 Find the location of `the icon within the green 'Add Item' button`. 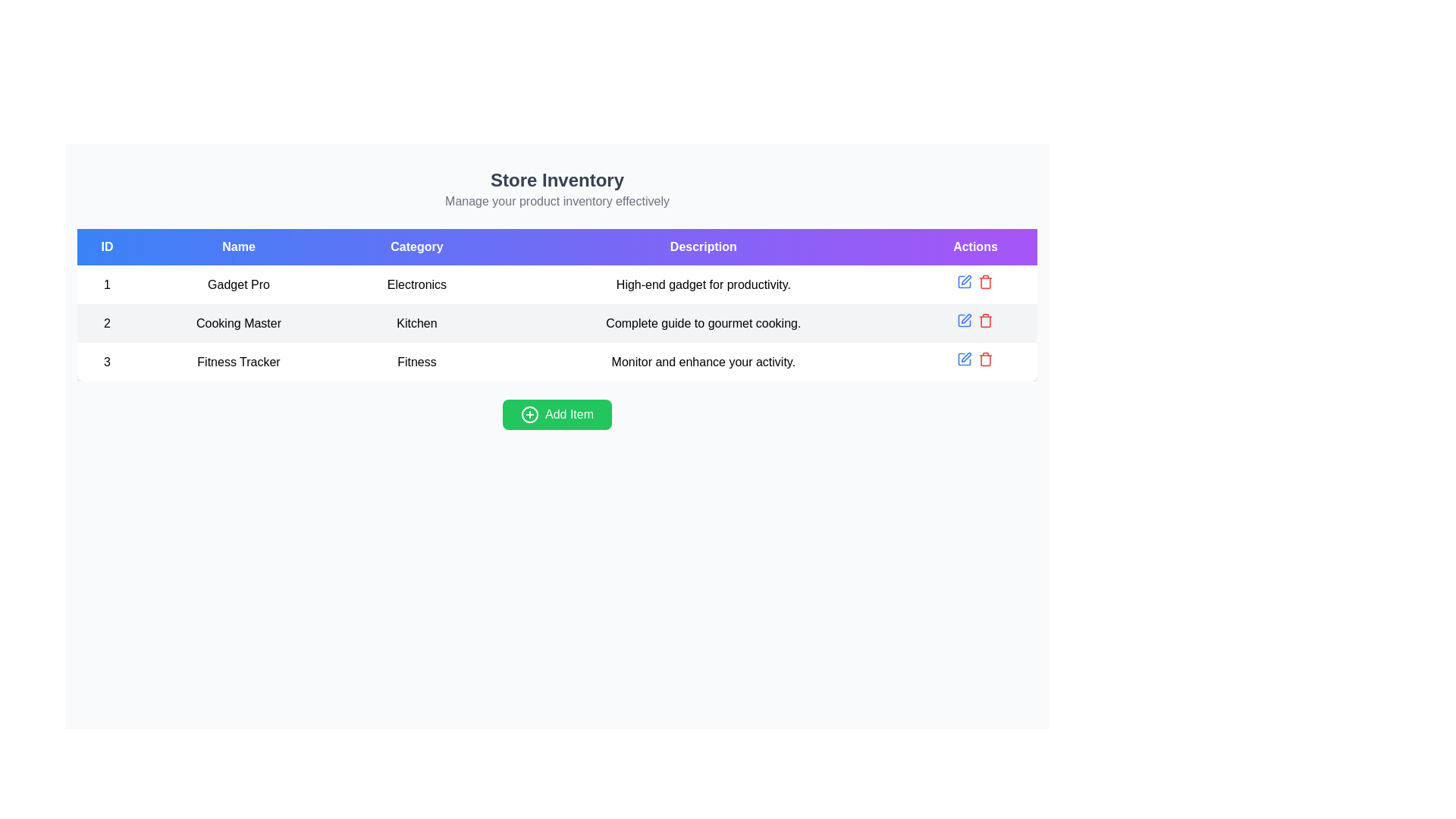

the icon within the green 'Add Item' button is located at coordinates (530, 415).